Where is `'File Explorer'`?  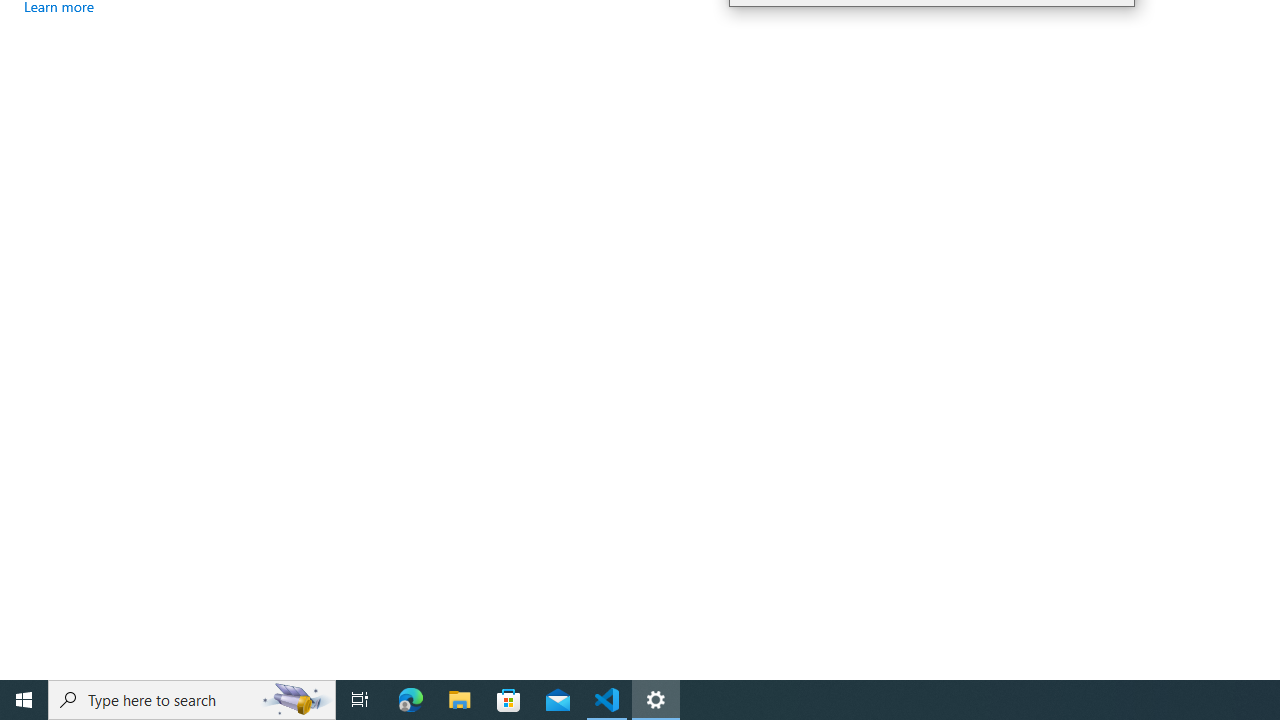 'File Explorer' is located at coordinates (459, 698).